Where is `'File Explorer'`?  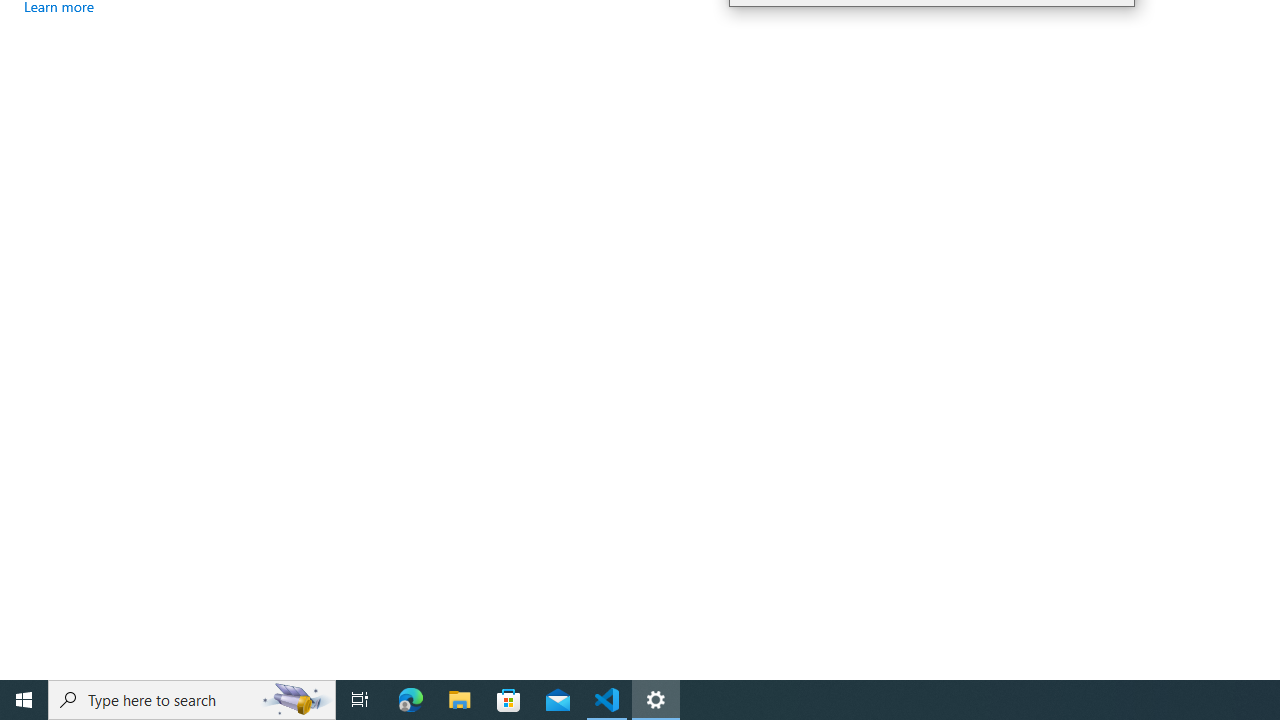 'File Explorer' is located at coordinates (459, 698).